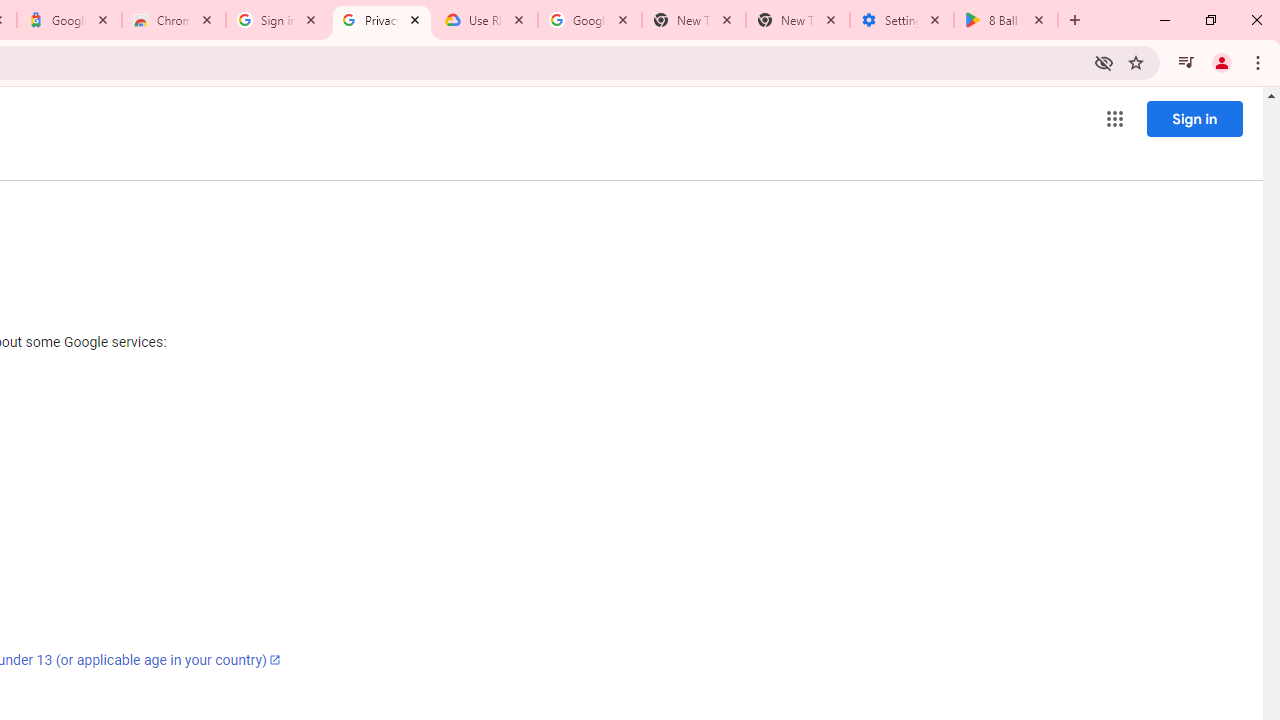  I want to click on 'Chrome Web Store - Color themes by Chrome', so click(174, 20).